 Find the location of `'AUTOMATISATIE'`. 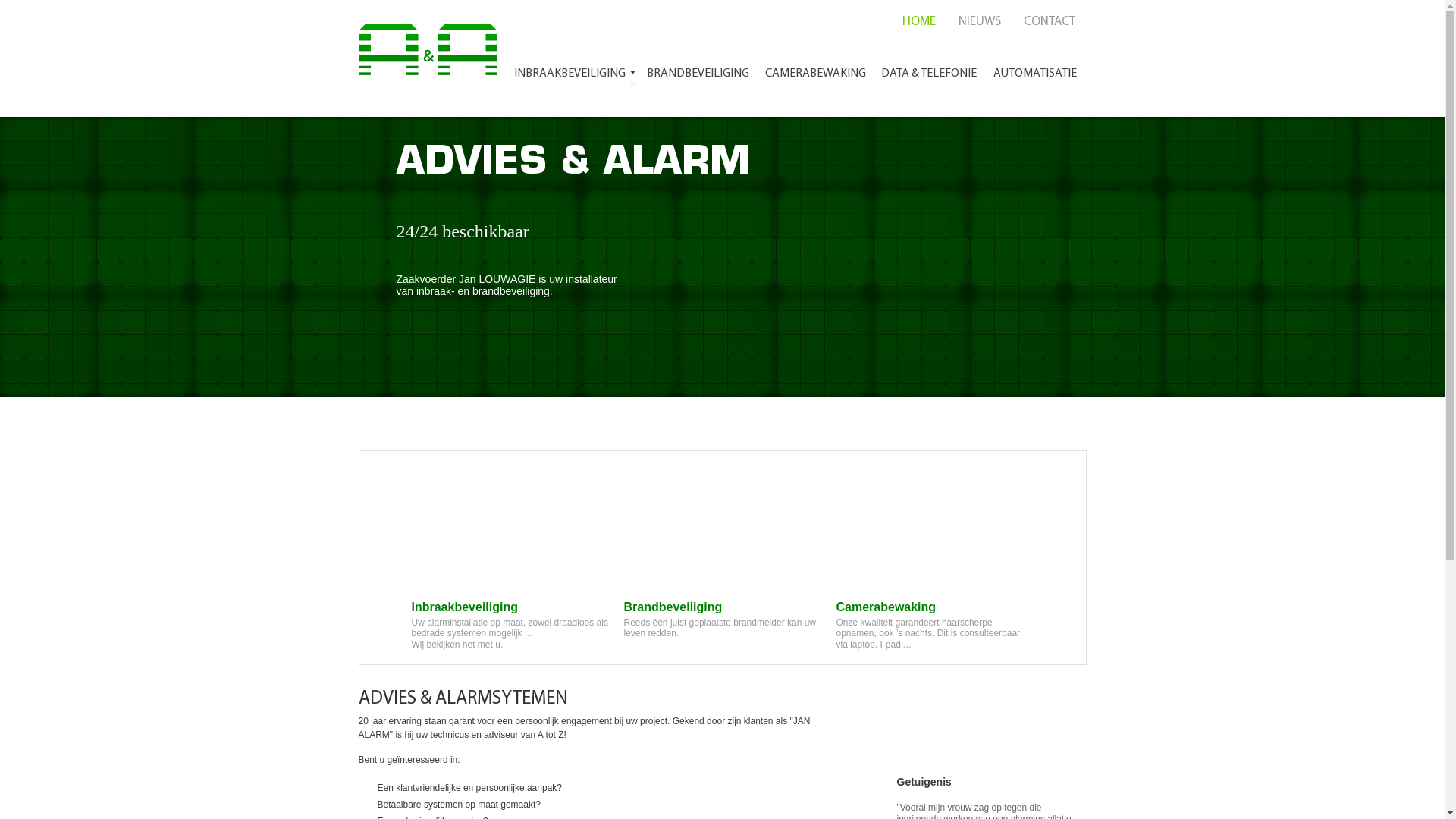

'AUTOMATISATIE' is located at coordinates (984, 76).